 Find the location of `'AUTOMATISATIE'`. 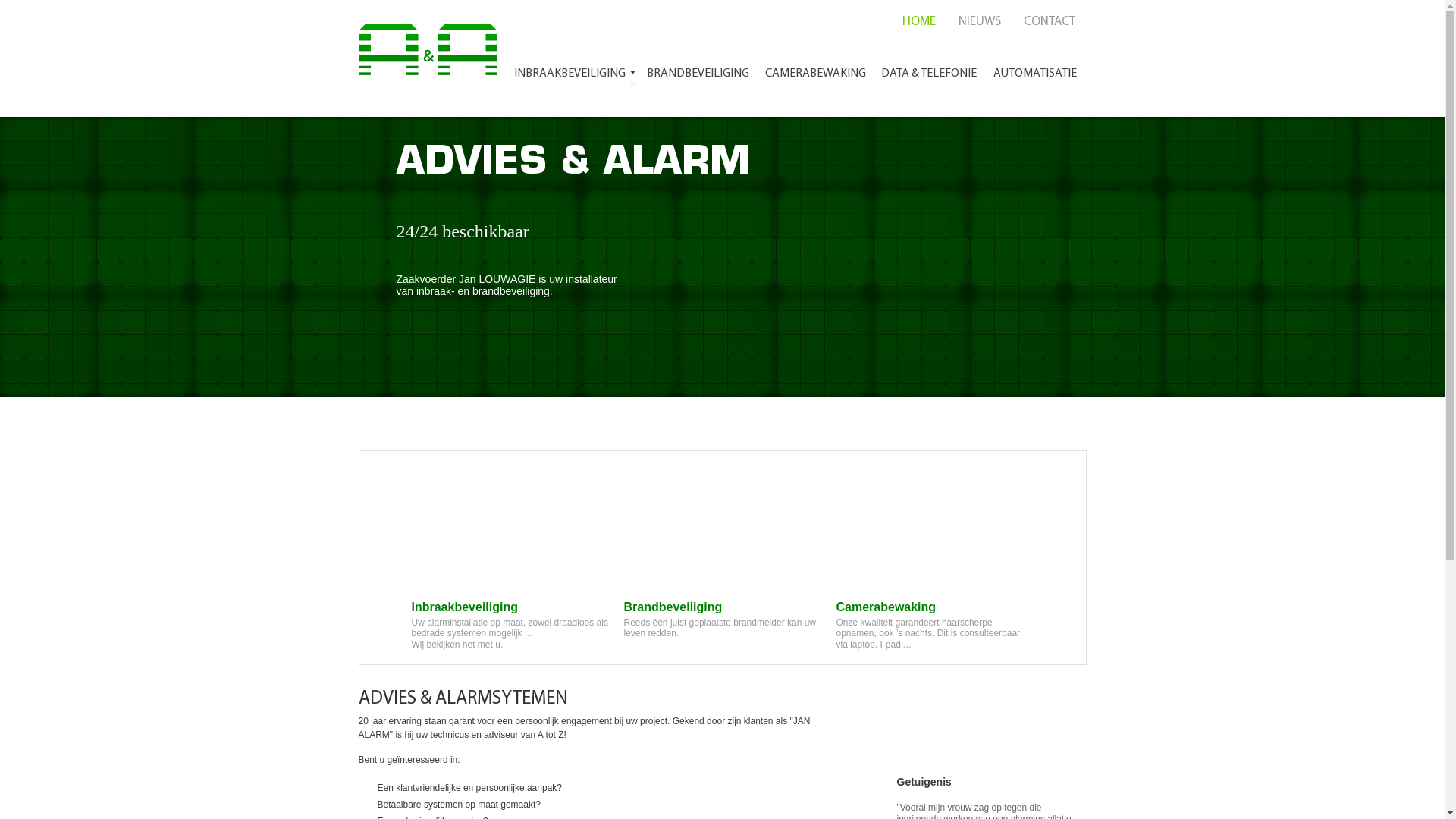

'AUTOMATISATIE' is located at coordinates (984, 76).